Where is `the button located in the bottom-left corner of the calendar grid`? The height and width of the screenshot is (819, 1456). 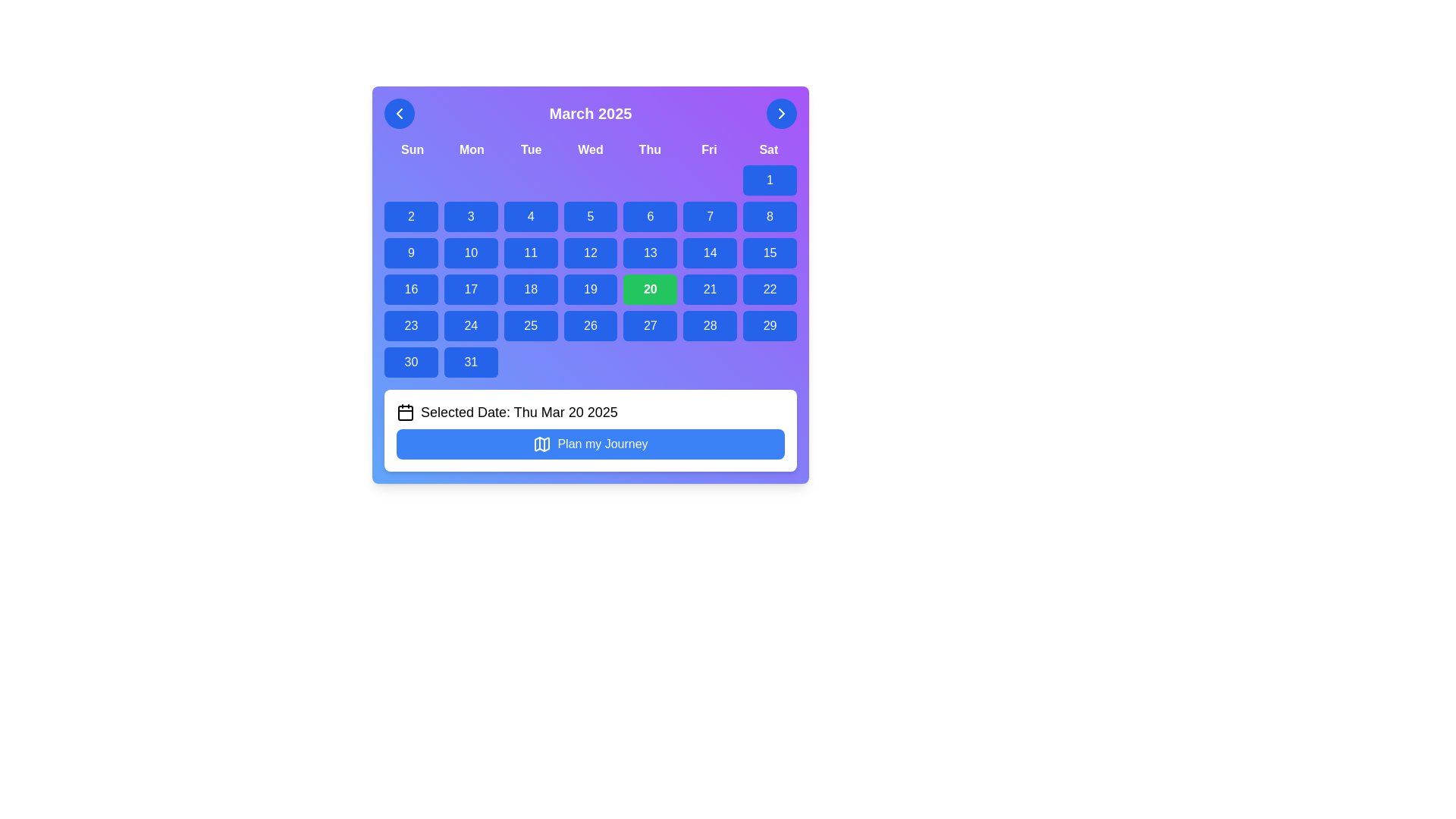
the button located in the bottom-left corner of the calendar grid is located at coordinates (411, 362).